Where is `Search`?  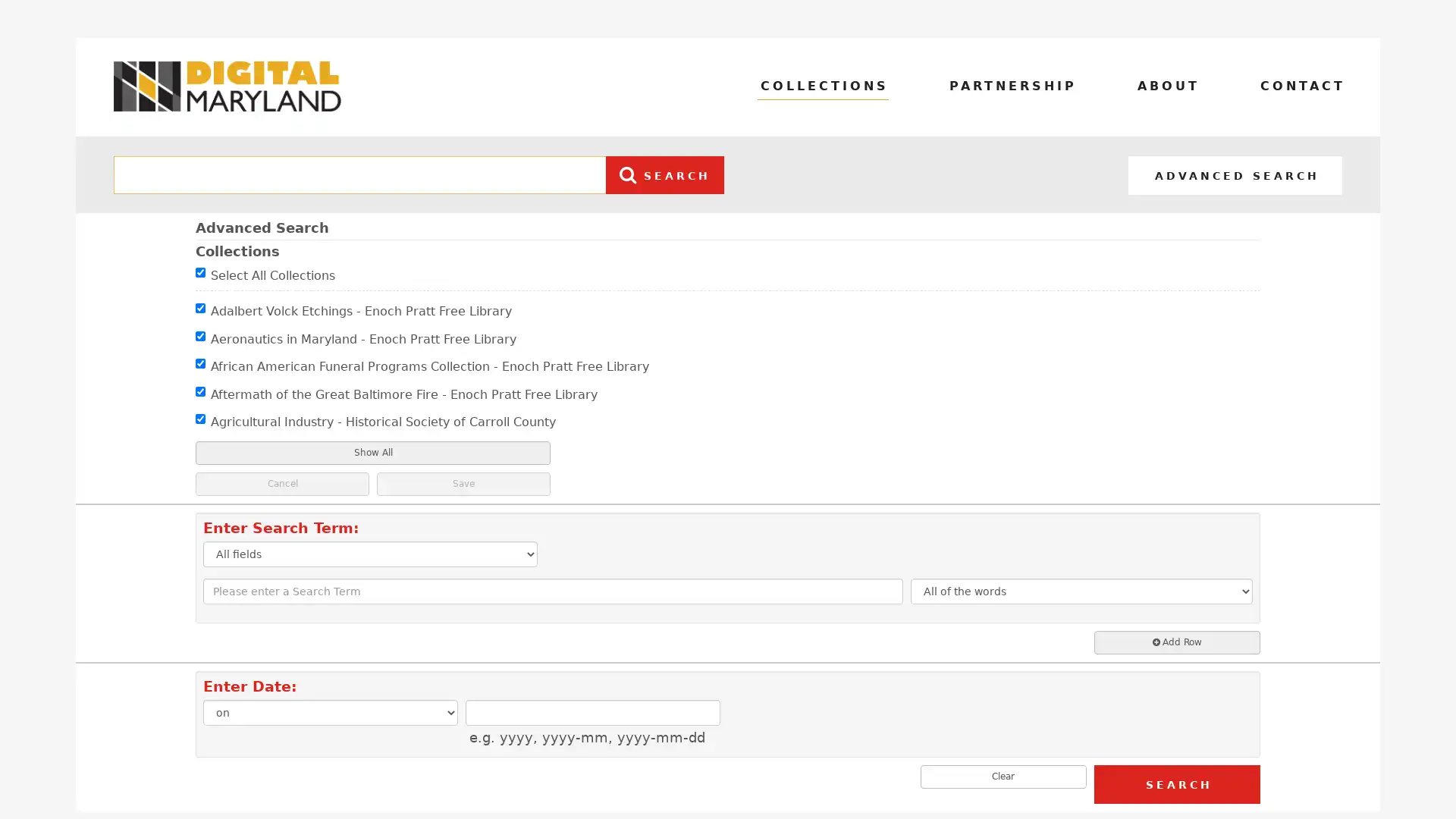
Search is located at coordinates (1175, 783).